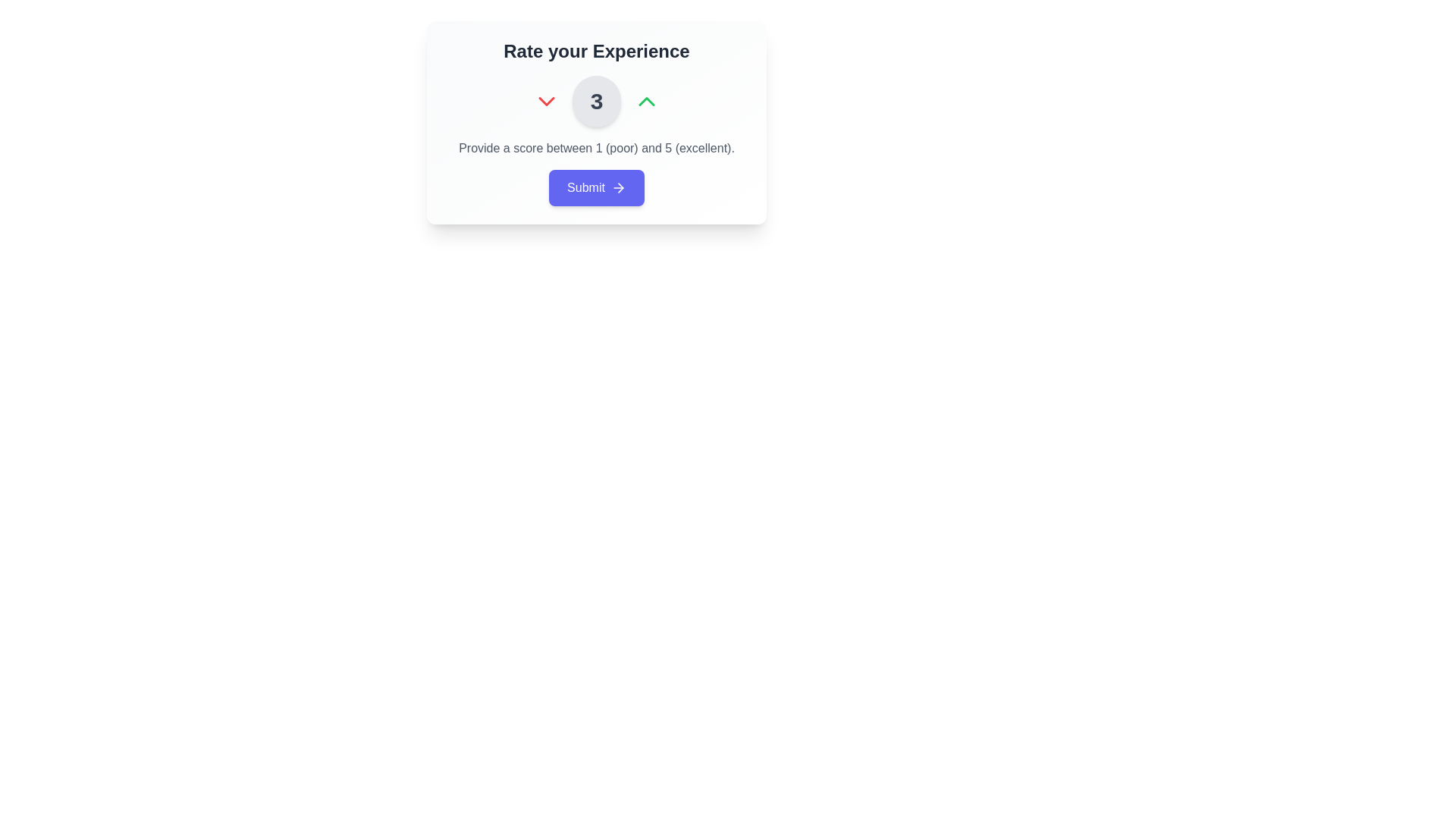 The height and width of the screenshot is (819, 1456). I want to click on the icon located to the right of the 'Submit' button, which indicates a forward movement or submission action, so click(618, 187).